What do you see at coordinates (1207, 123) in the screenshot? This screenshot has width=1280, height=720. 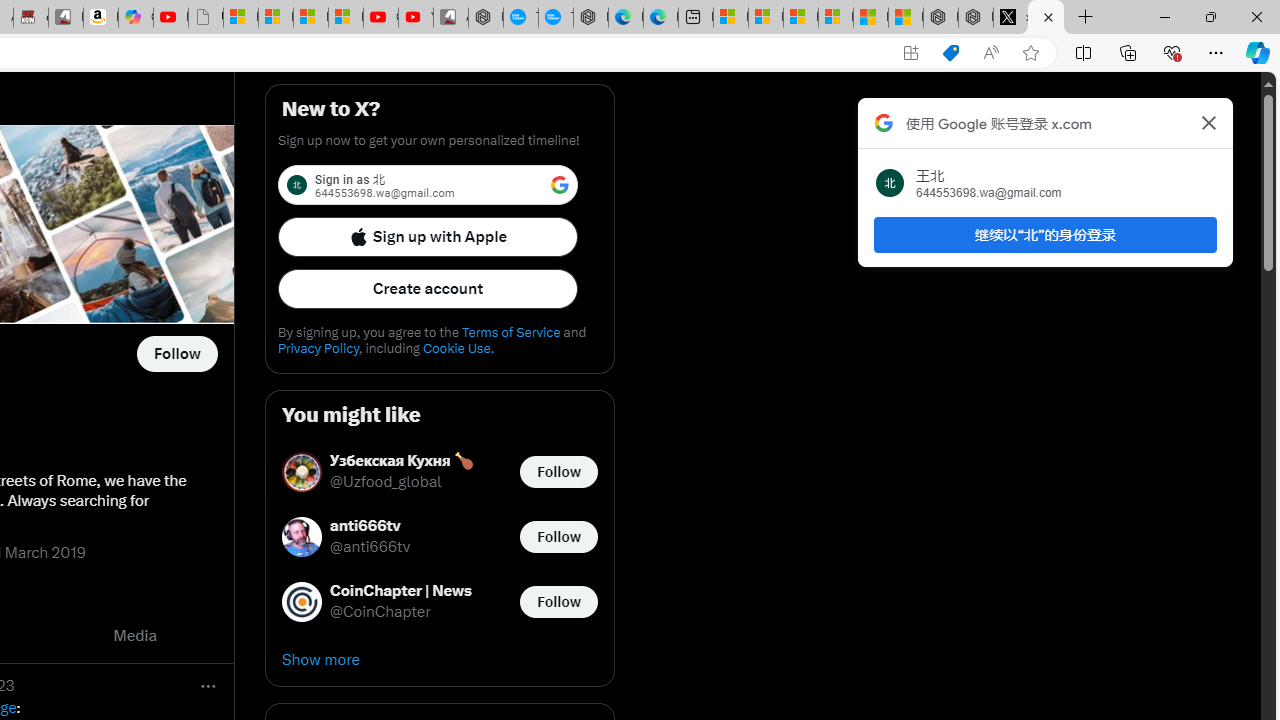 I see `'Class: Bz112c Bz112c-r9oPif'` at bounding box center [1207, 123].